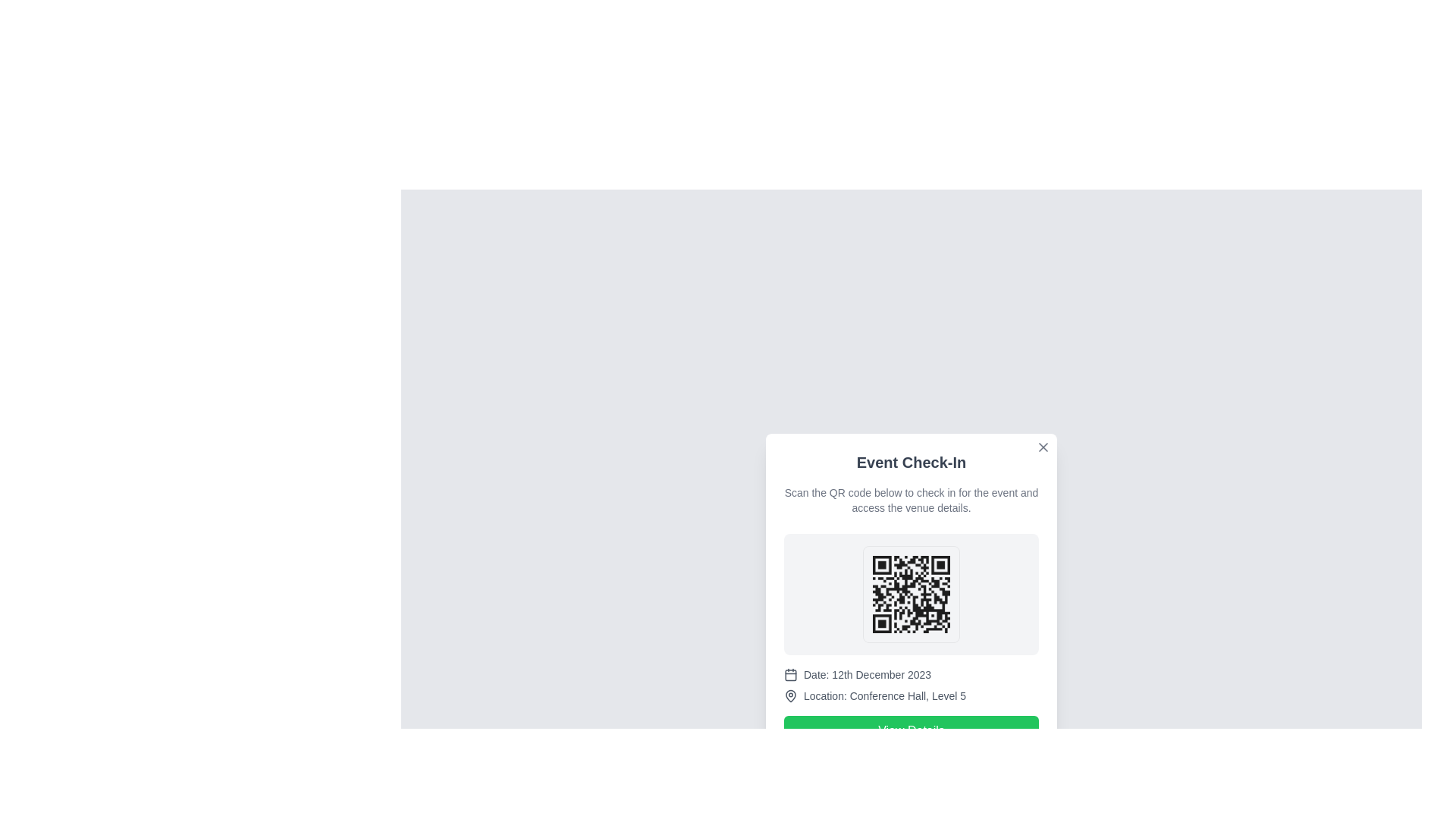  I want to click on the location icon that visually represents the concept of a location, positioned to the left of the text 'Location: Conference Hall, Level 5', so click(789, 696).